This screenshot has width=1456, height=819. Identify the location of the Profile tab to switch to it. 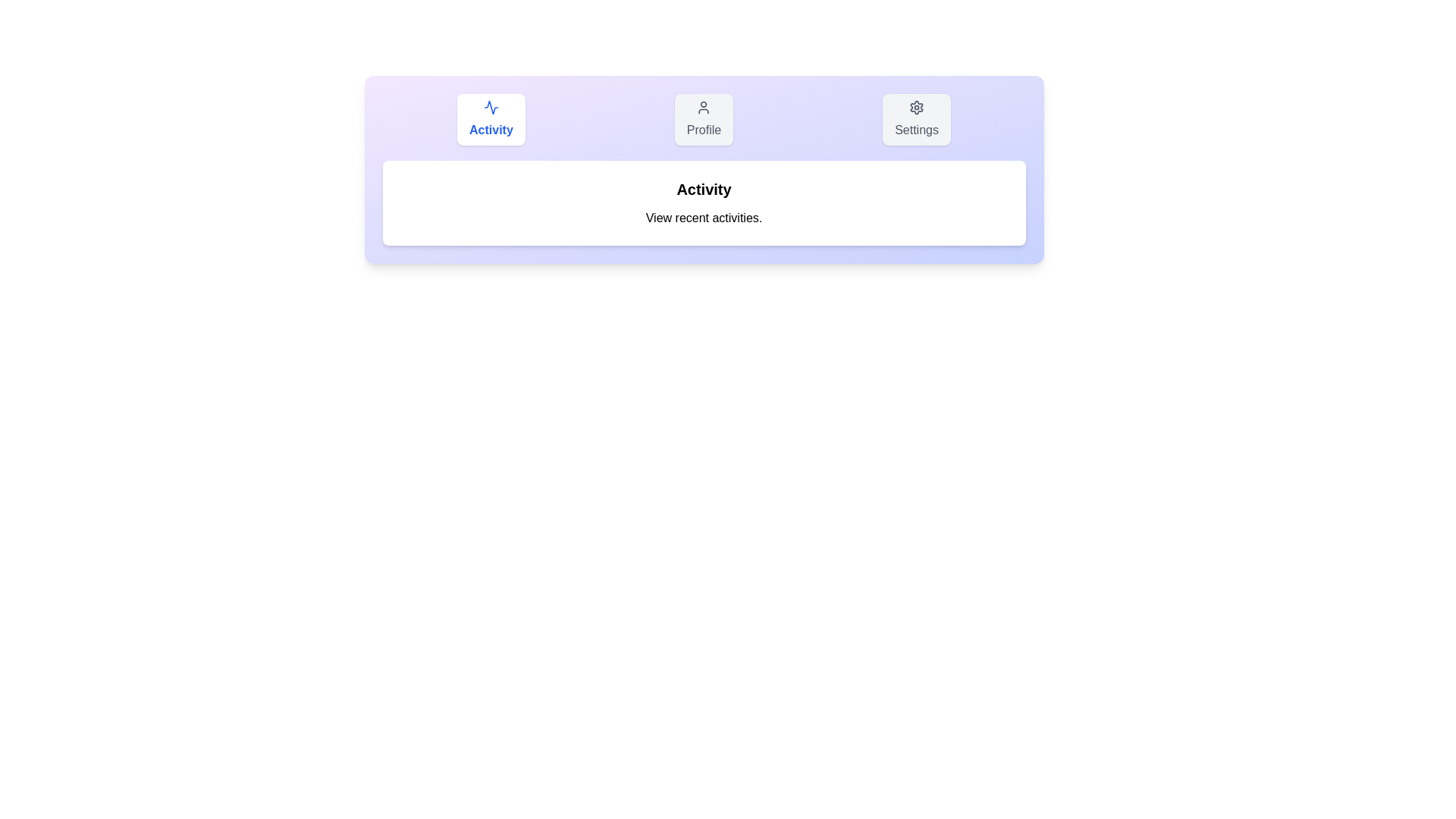
(702, 119).